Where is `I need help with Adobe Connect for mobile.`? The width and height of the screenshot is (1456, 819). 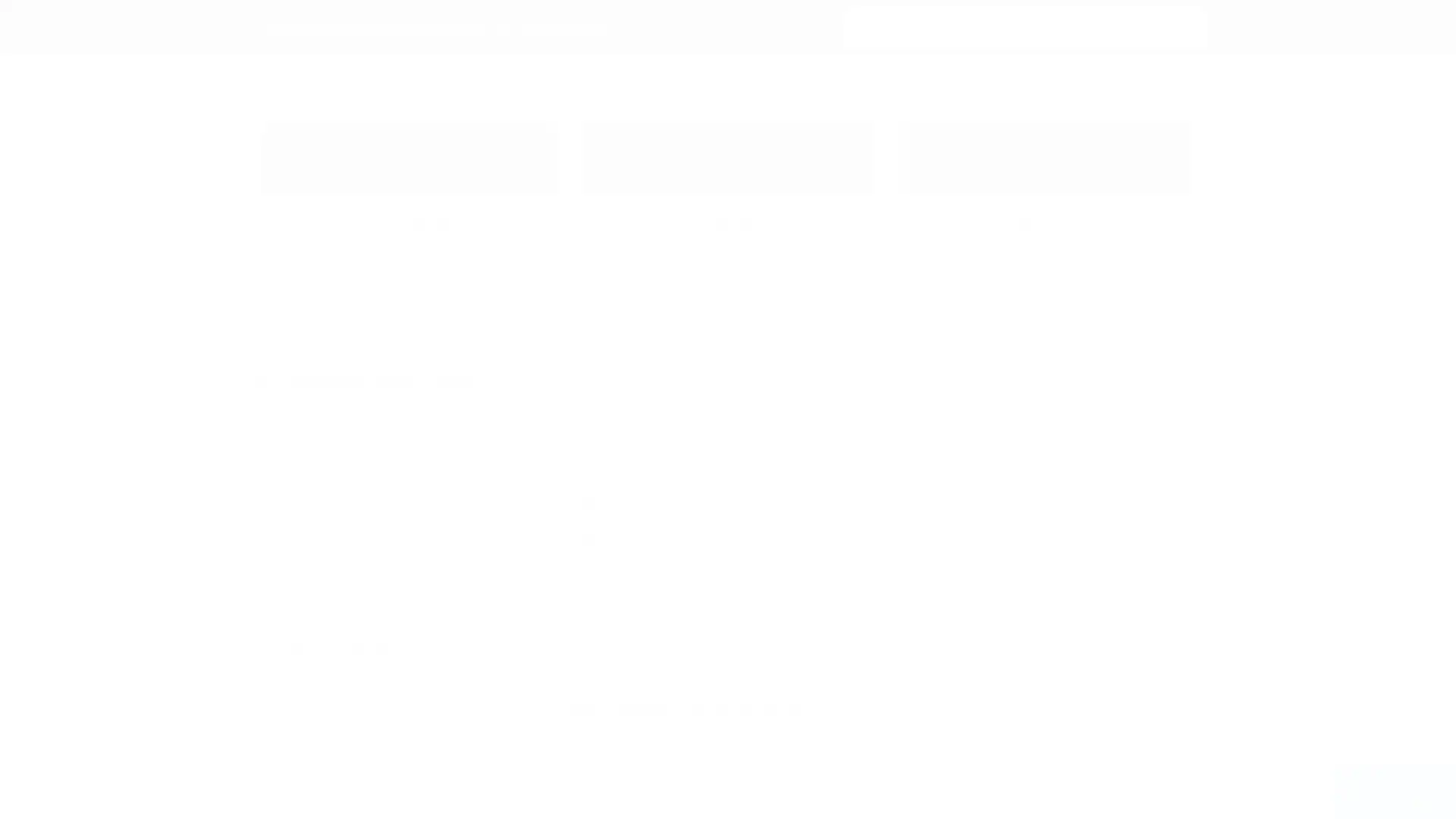
I need help with Adobe Connect for mobile. is located at coordinates (683, 440).